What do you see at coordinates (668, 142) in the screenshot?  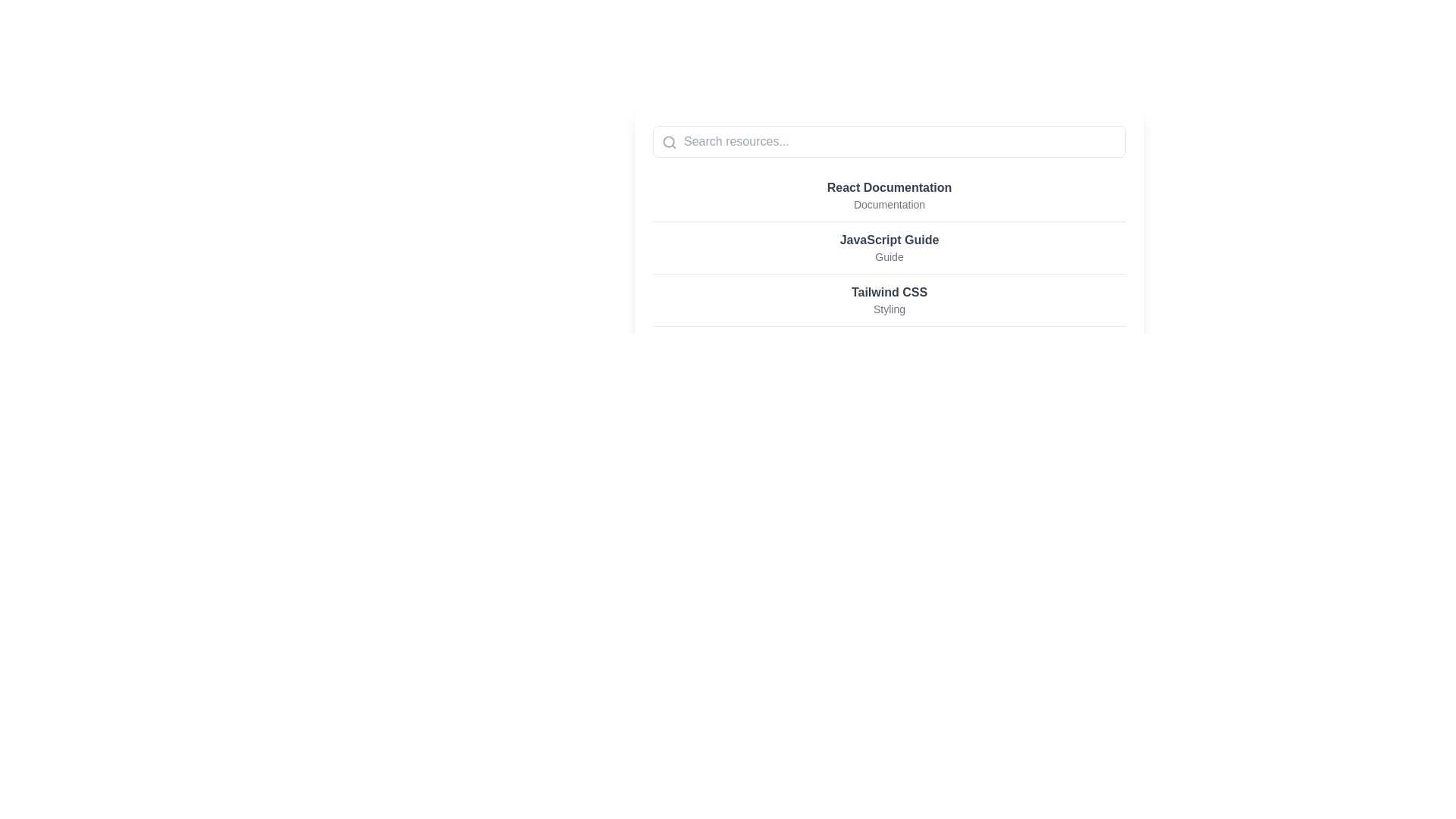 I see `the circular magnifying glass part of the search icon located in the top-left corner of the search bar component` at bounding box center [668, 142].